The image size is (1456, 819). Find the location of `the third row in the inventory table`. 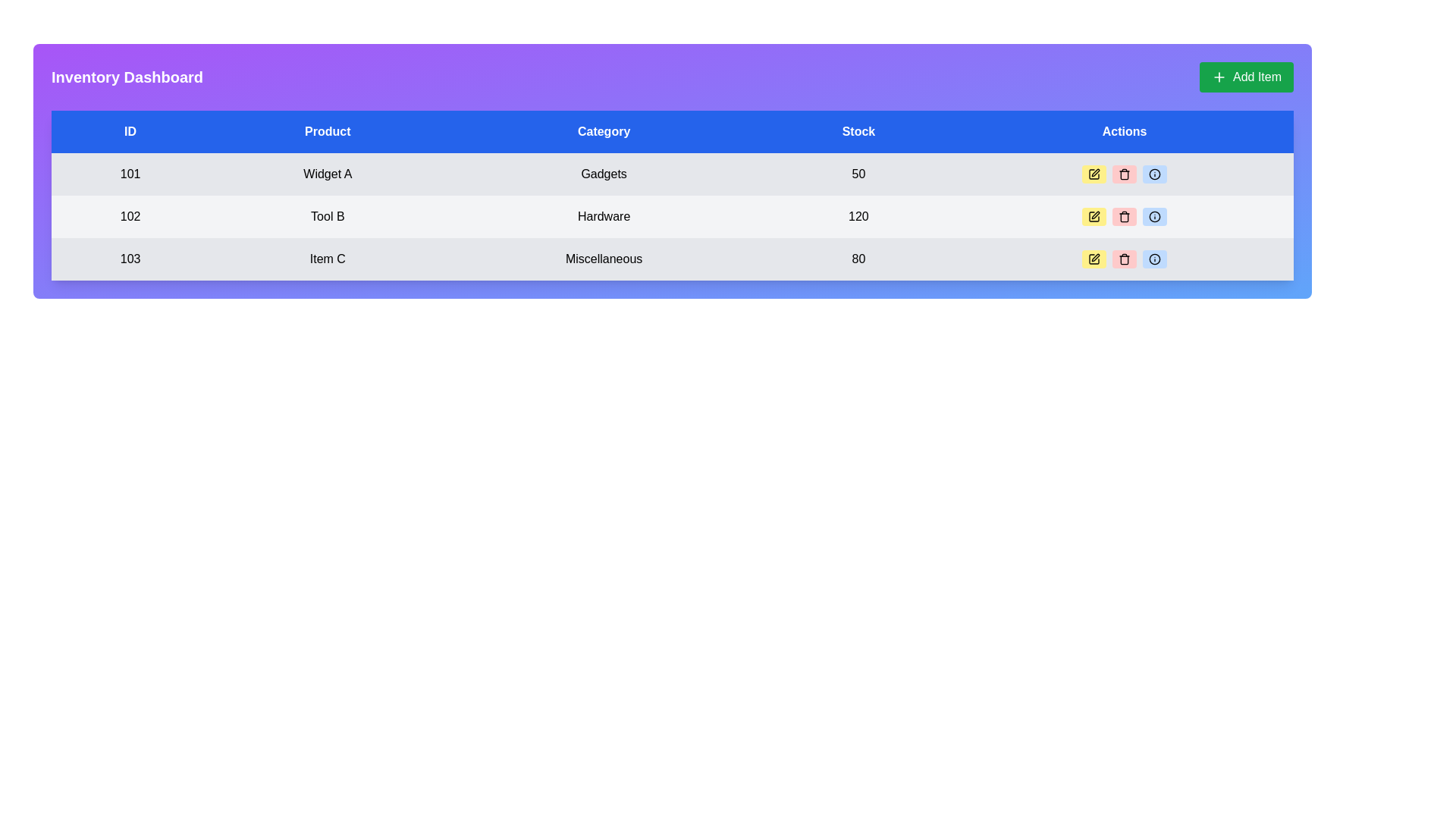

the third row in the inventory table is located at coordinates (672, 259).